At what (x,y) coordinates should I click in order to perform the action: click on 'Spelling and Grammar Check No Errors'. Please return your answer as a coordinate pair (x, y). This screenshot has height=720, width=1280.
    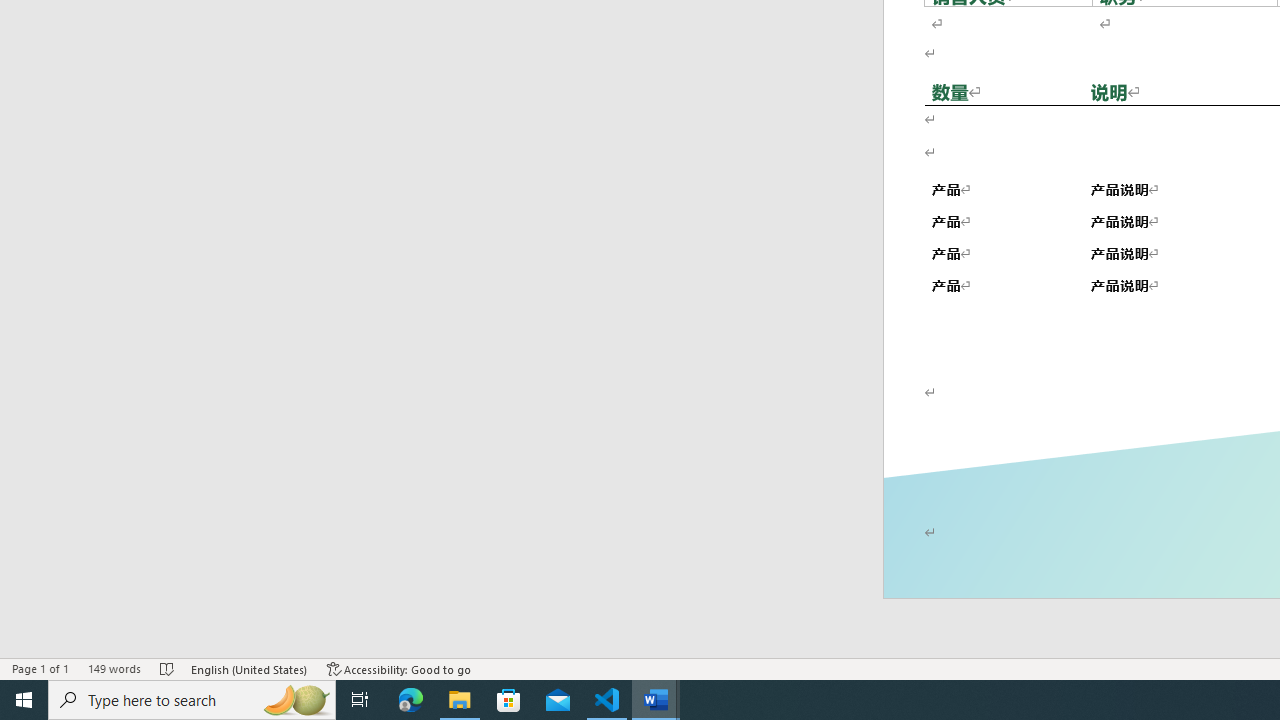
    Looking at the image, I should click on (168, 669).